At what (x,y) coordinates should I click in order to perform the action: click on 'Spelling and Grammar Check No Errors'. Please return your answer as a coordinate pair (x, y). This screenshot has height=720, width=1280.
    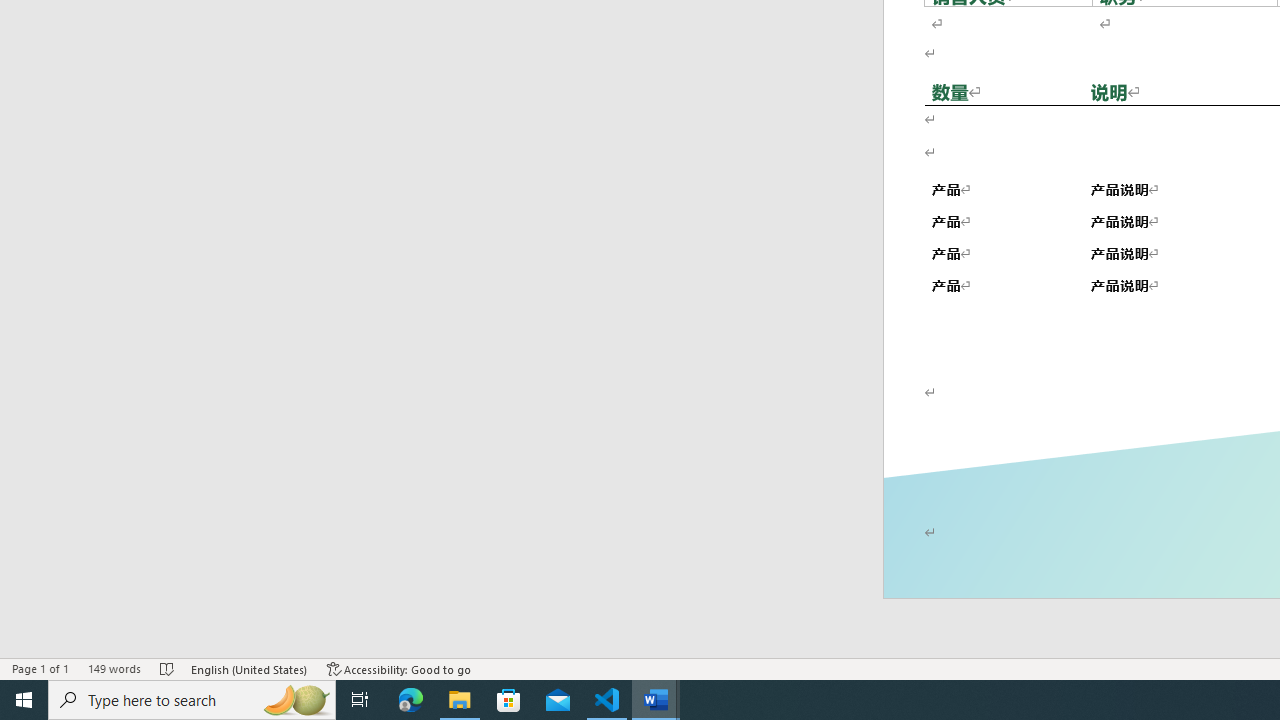
    Looking at the image, I should click on (168, 669).